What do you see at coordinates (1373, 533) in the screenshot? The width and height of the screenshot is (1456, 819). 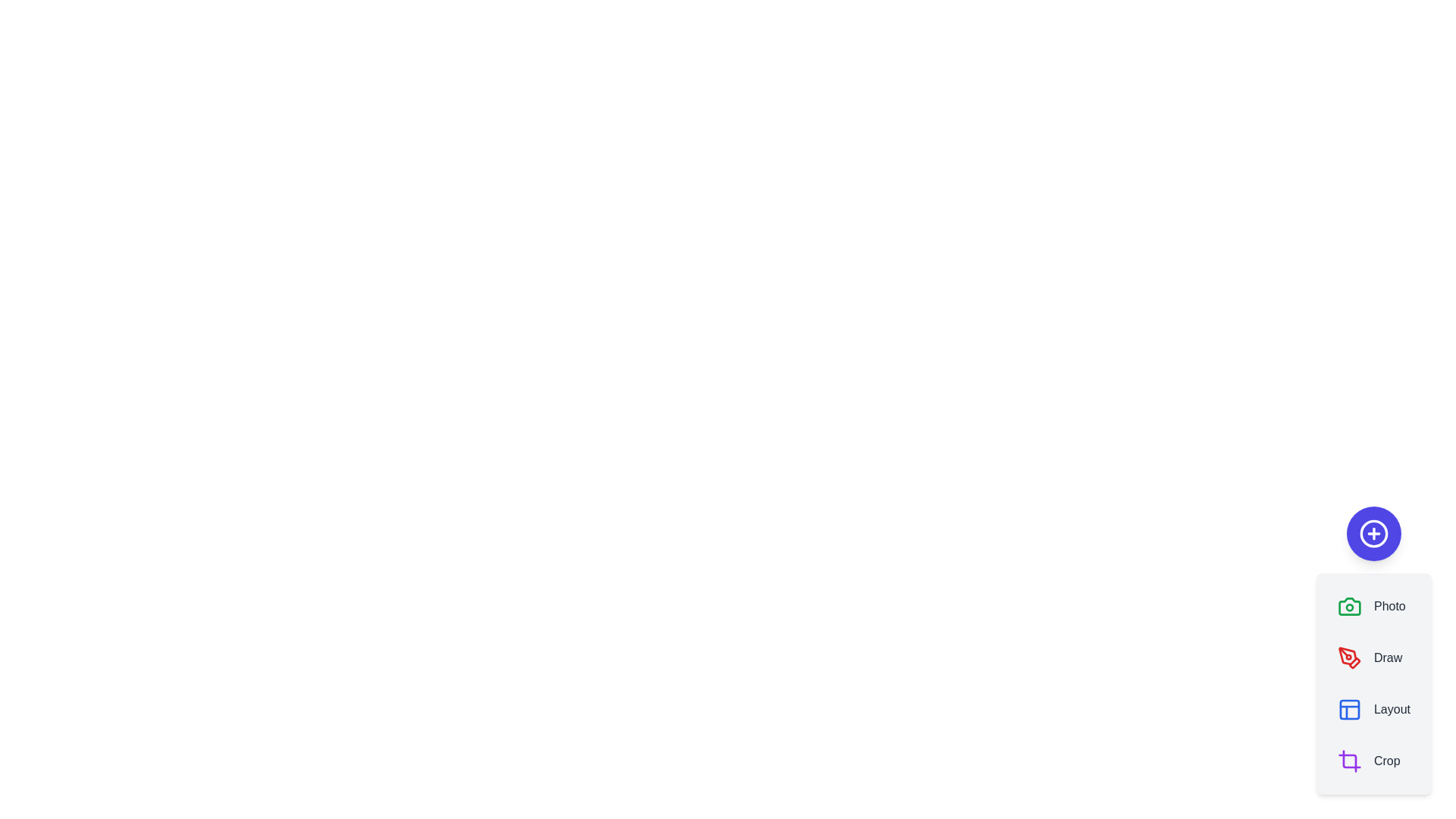 I see `floating button to toggle the speed dial menu` at bounding box center [1373, 533].